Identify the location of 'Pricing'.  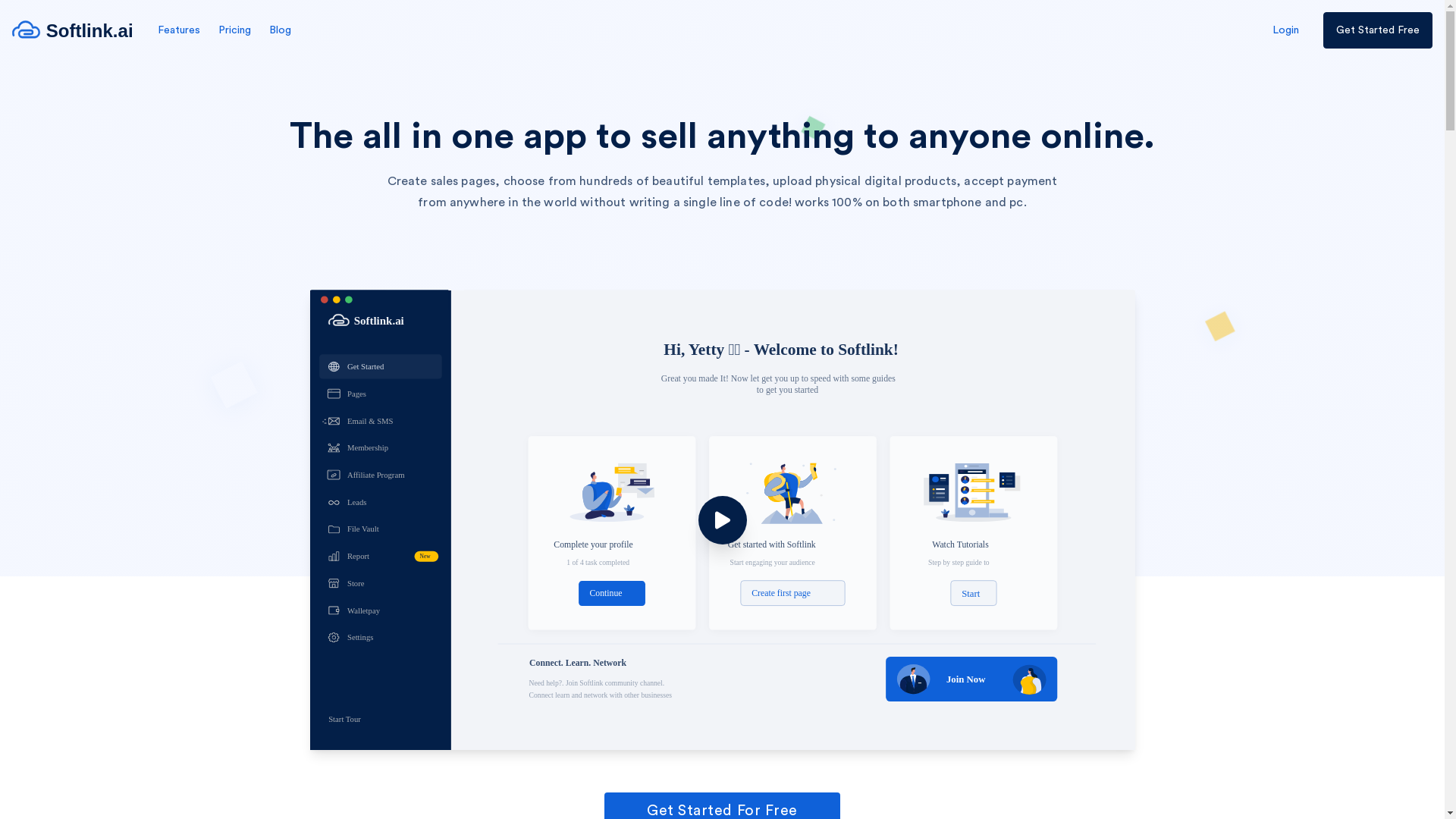
(234, 30).